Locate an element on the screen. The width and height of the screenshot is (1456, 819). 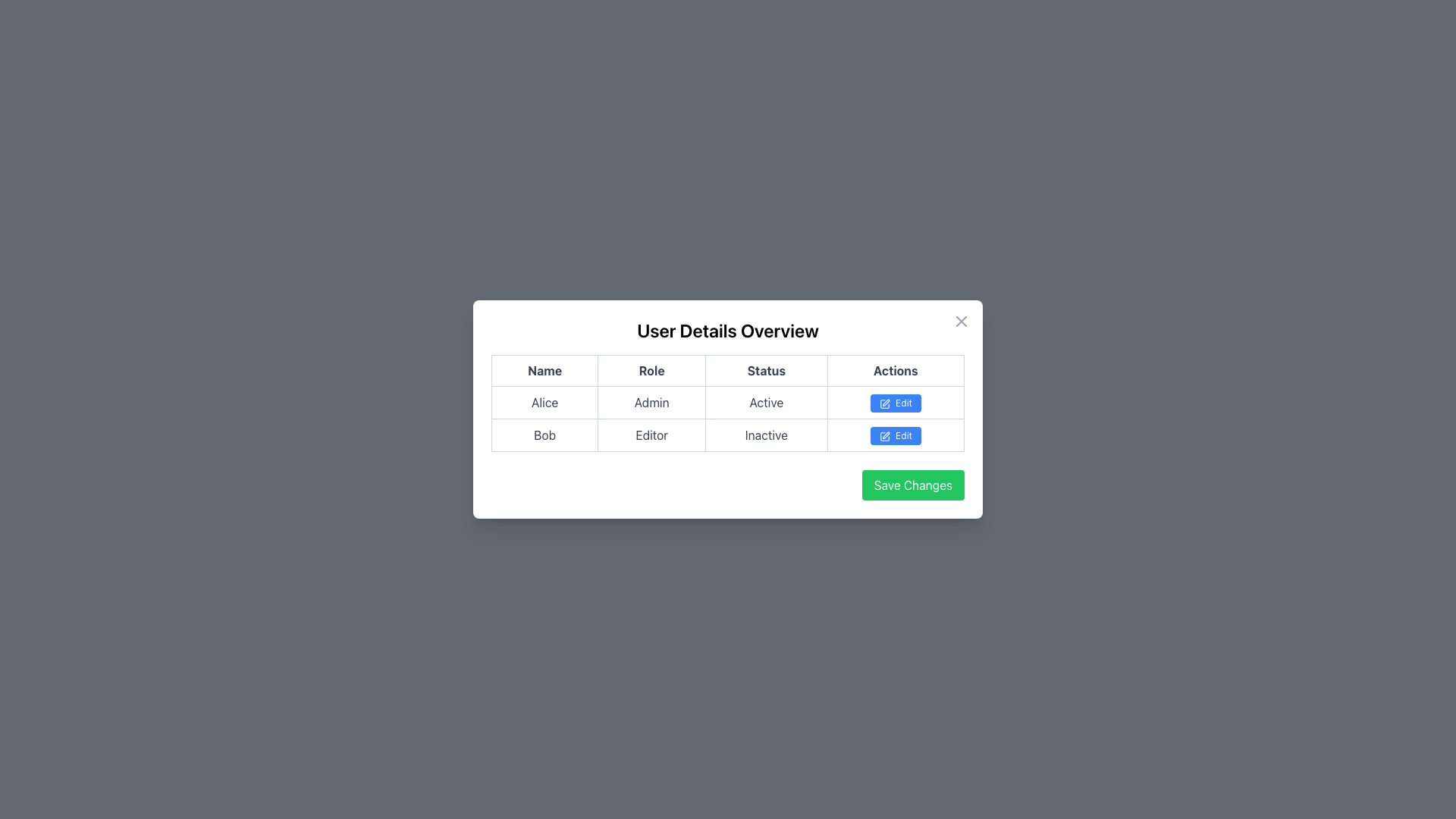
the second row in the tabular format displaying user information for 'Bob', which includes the role 'Editor', status 'Inactive', and an 'Edit' button is located at coordinates (728, 435).